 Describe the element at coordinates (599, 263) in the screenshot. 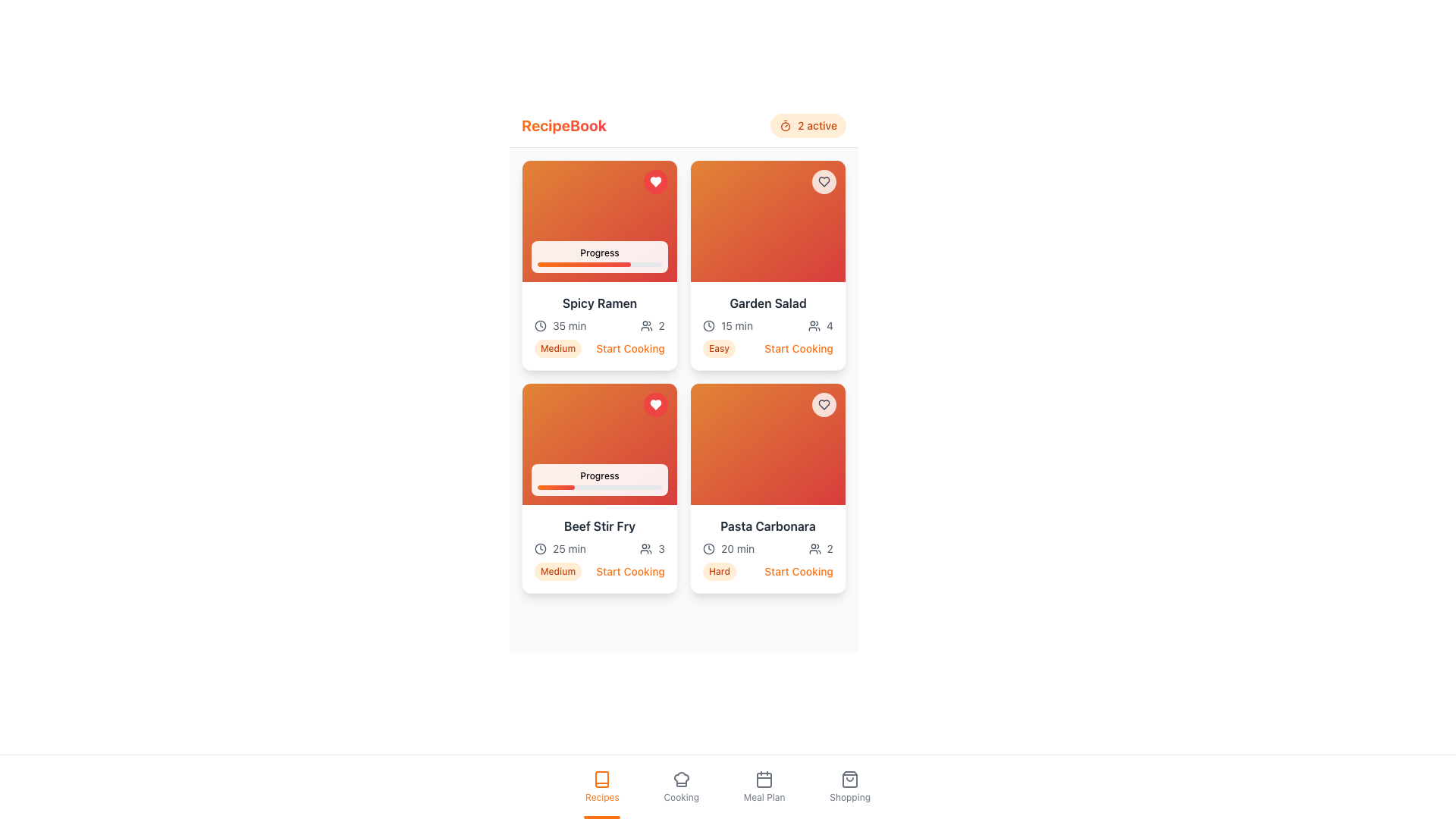

I see `the progress bar located below the 'Progress' label, which visually represents task or recipe completion` at that location.